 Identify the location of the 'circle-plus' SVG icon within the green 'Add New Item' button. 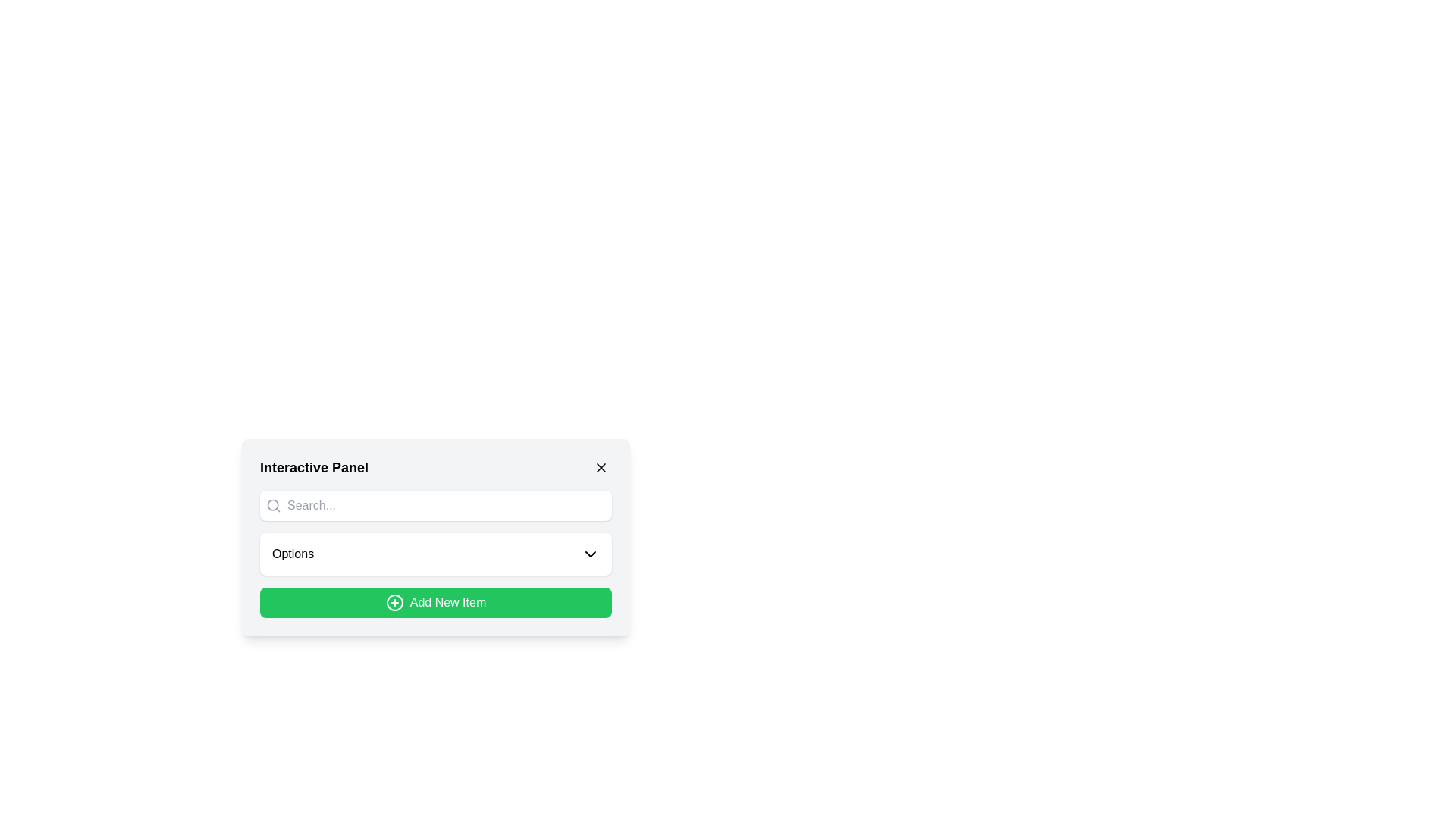
(394, 601).